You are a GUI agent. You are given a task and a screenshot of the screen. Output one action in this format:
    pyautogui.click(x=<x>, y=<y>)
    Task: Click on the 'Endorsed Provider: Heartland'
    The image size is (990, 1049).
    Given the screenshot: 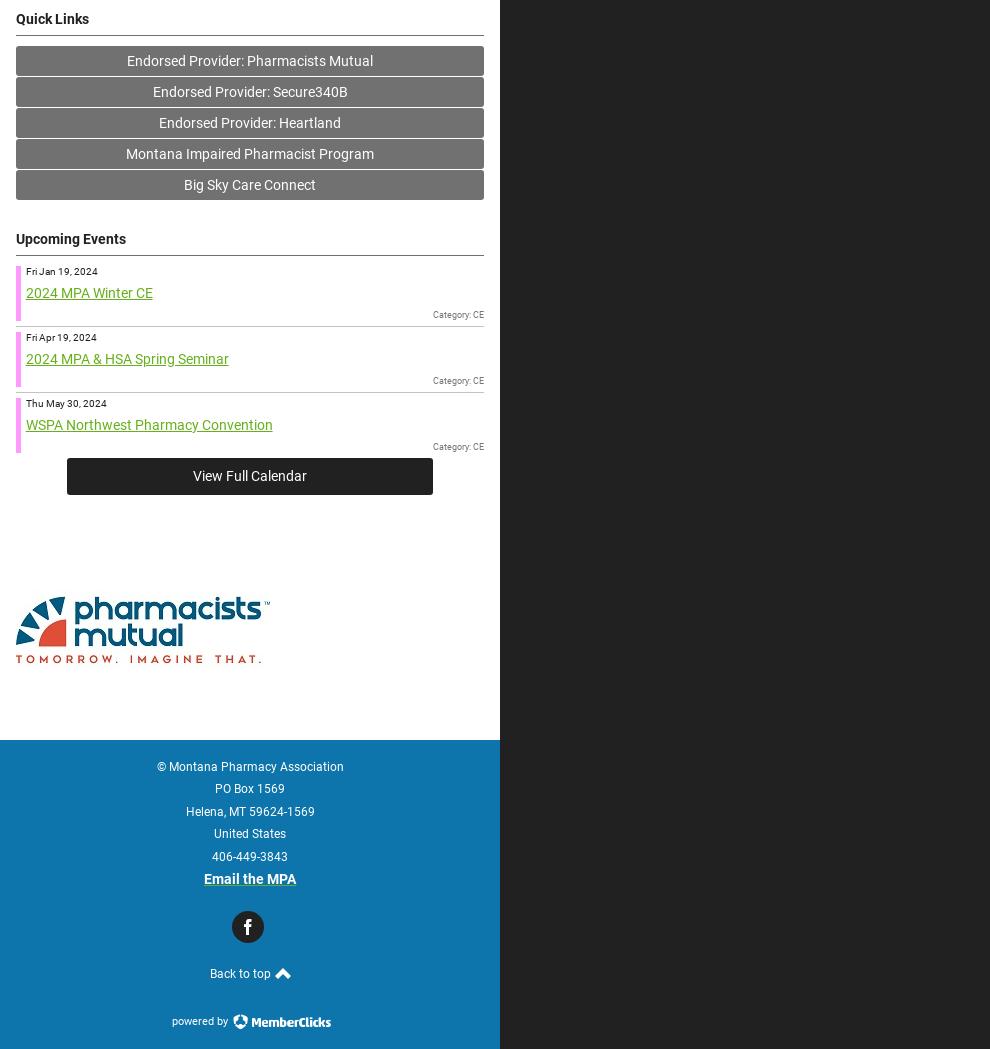 What is the action you would take?
    pyautogui.click(x=249, y=120)
    